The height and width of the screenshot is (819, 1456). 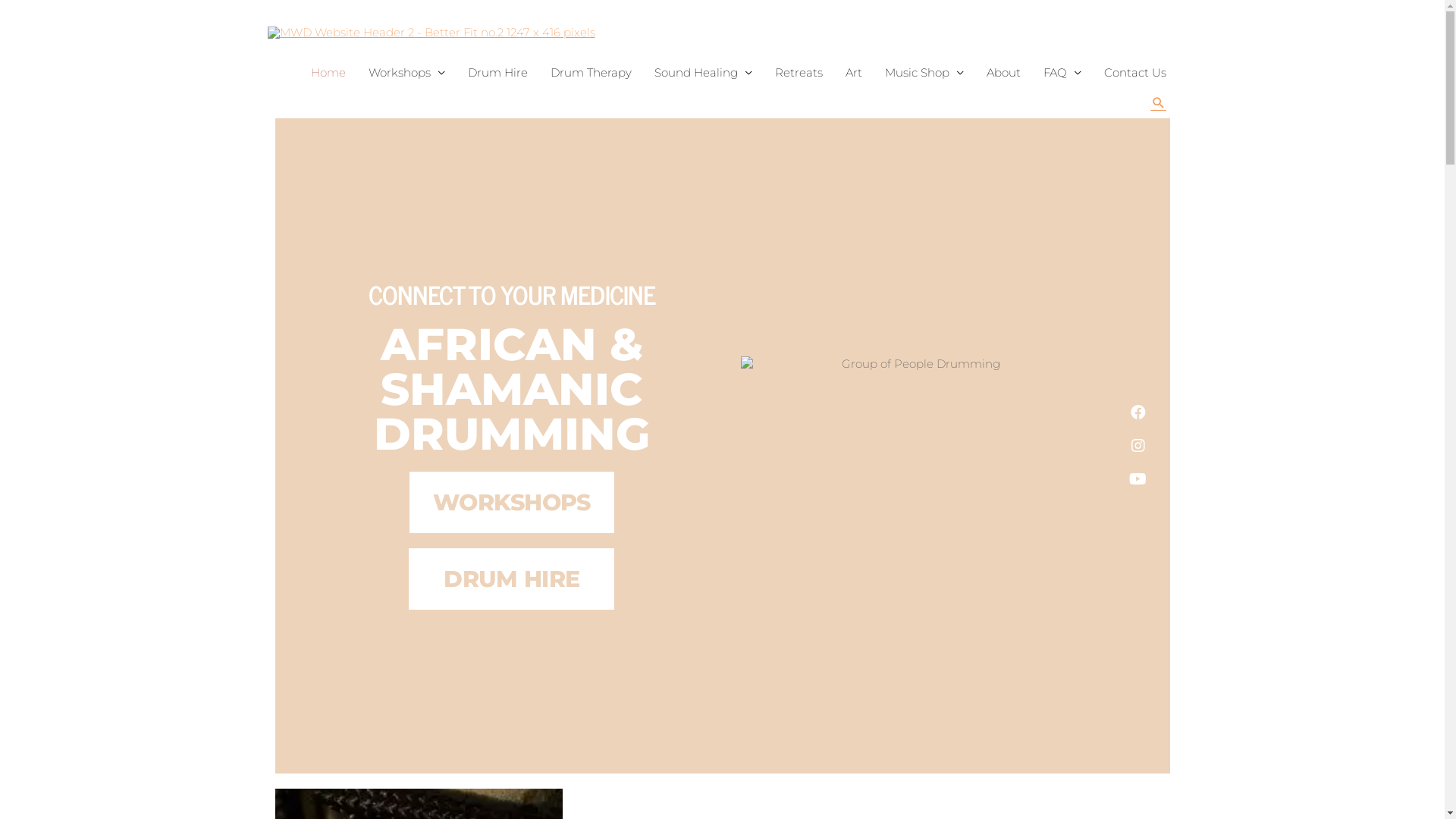 What do you see at coordinates (409, 502) in the screenshot?
I see `'WORKSHOPS'` at bounding box center [409, 502].